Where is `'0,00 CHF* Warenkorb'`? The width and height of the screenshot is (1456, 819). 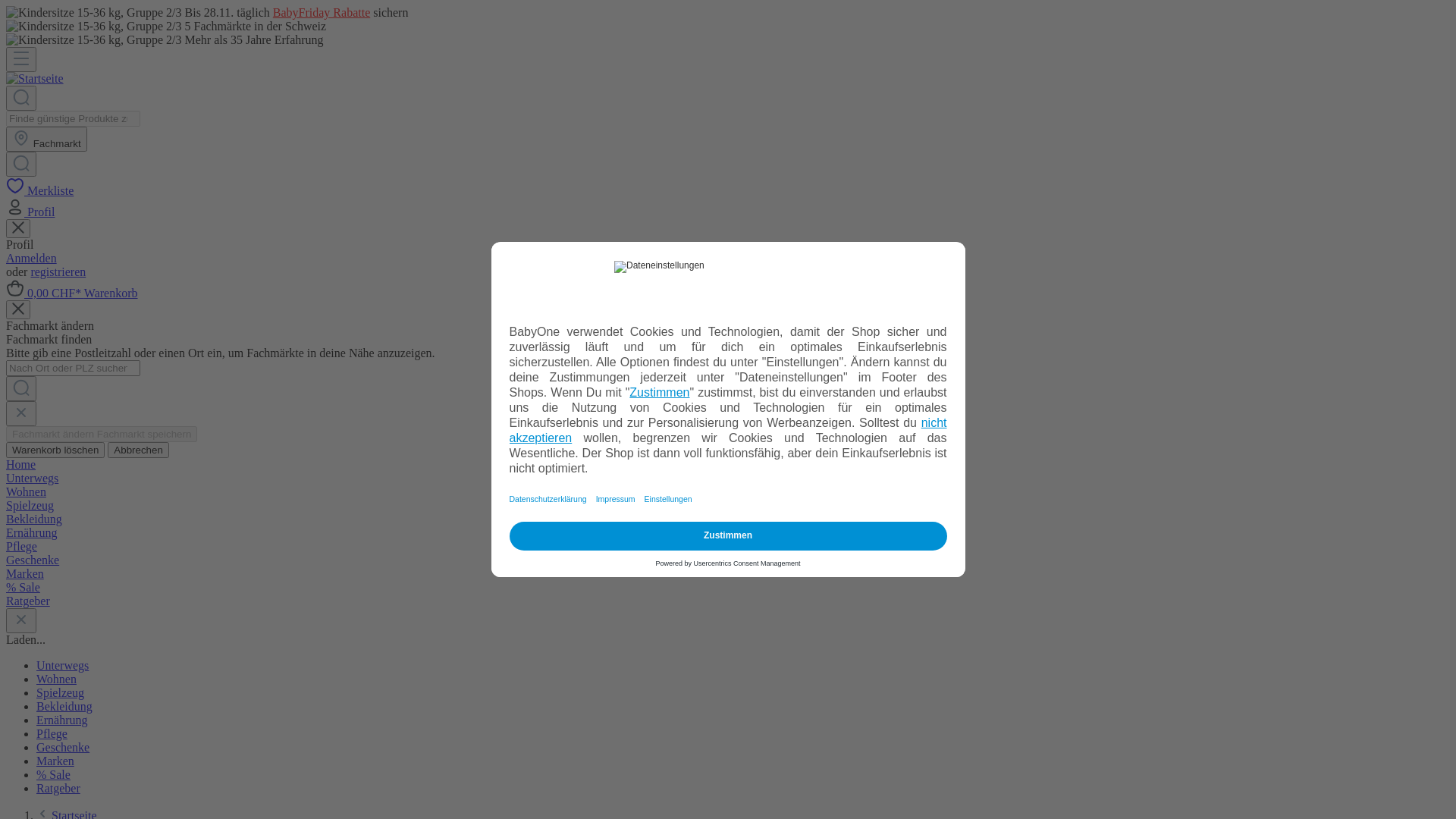 '0,00 CHF* Warenkorb' is located at coordinates (71, 293).